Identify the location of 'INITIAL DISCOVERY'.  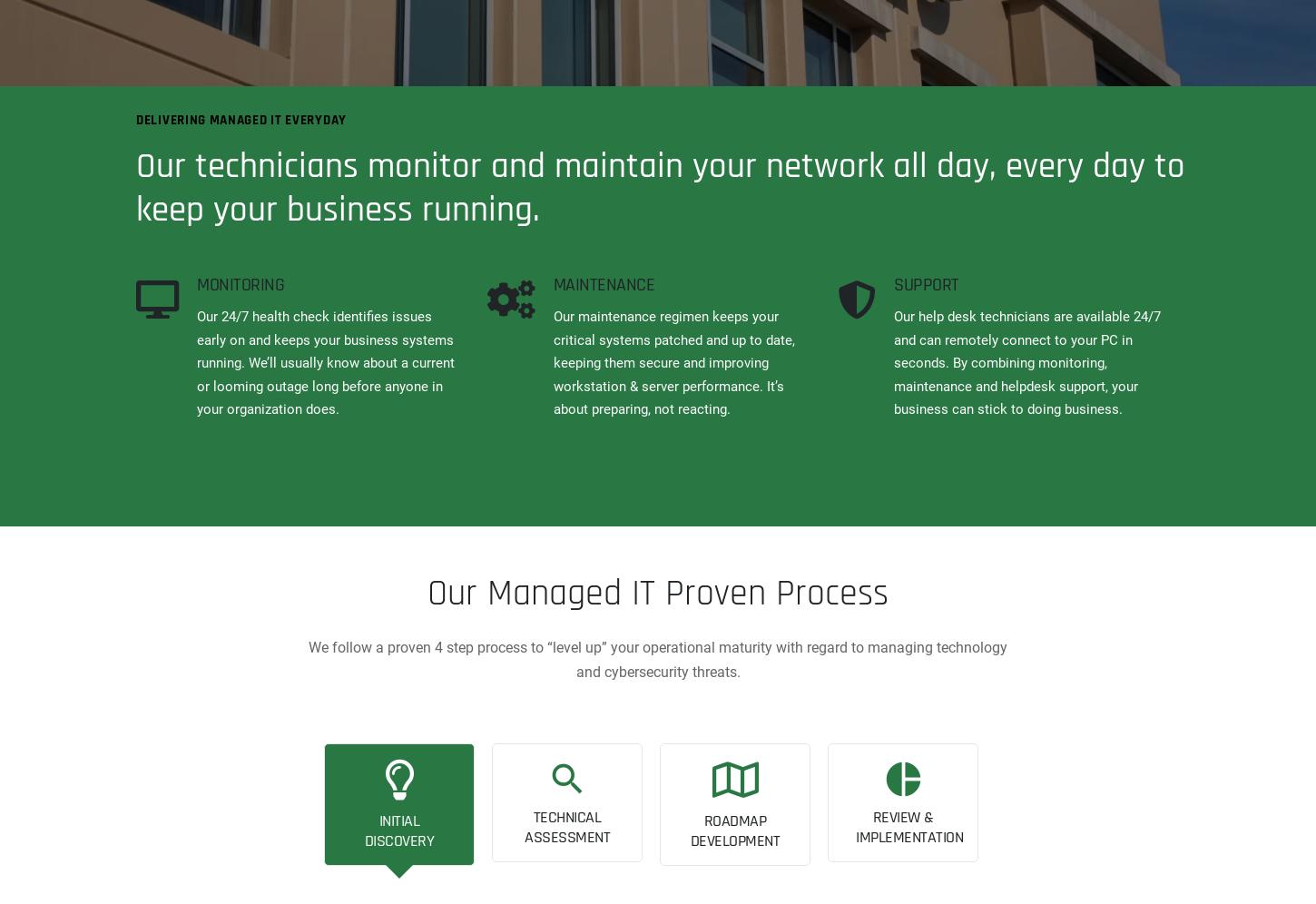
(398, 830).